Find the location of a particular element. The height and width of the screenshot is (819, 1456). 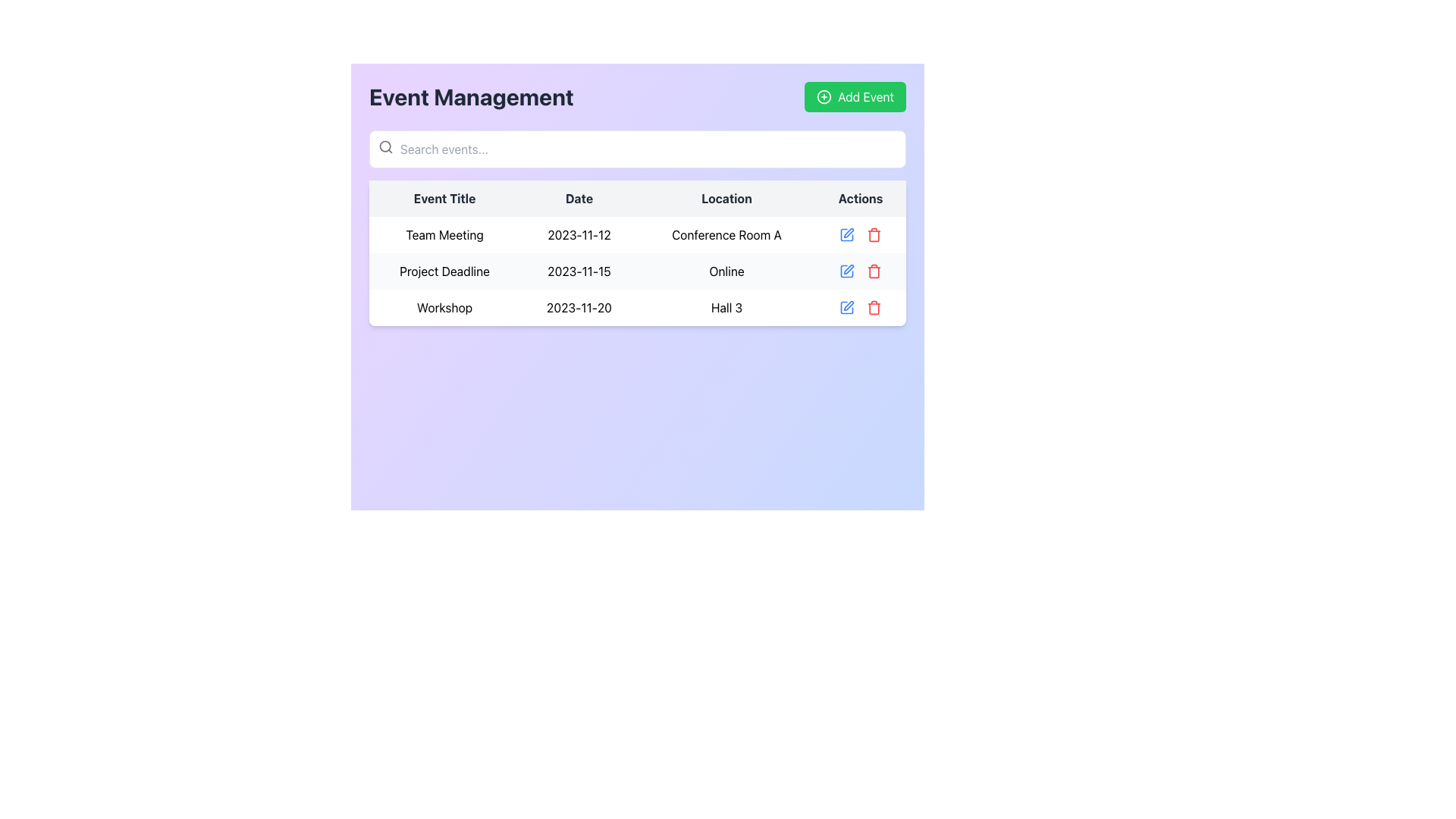

contents of the static text displaying 'Conference Room A' located in the 'Location' column of the table for the 'Team Meeting' entry is located at coordinates (726, 234).